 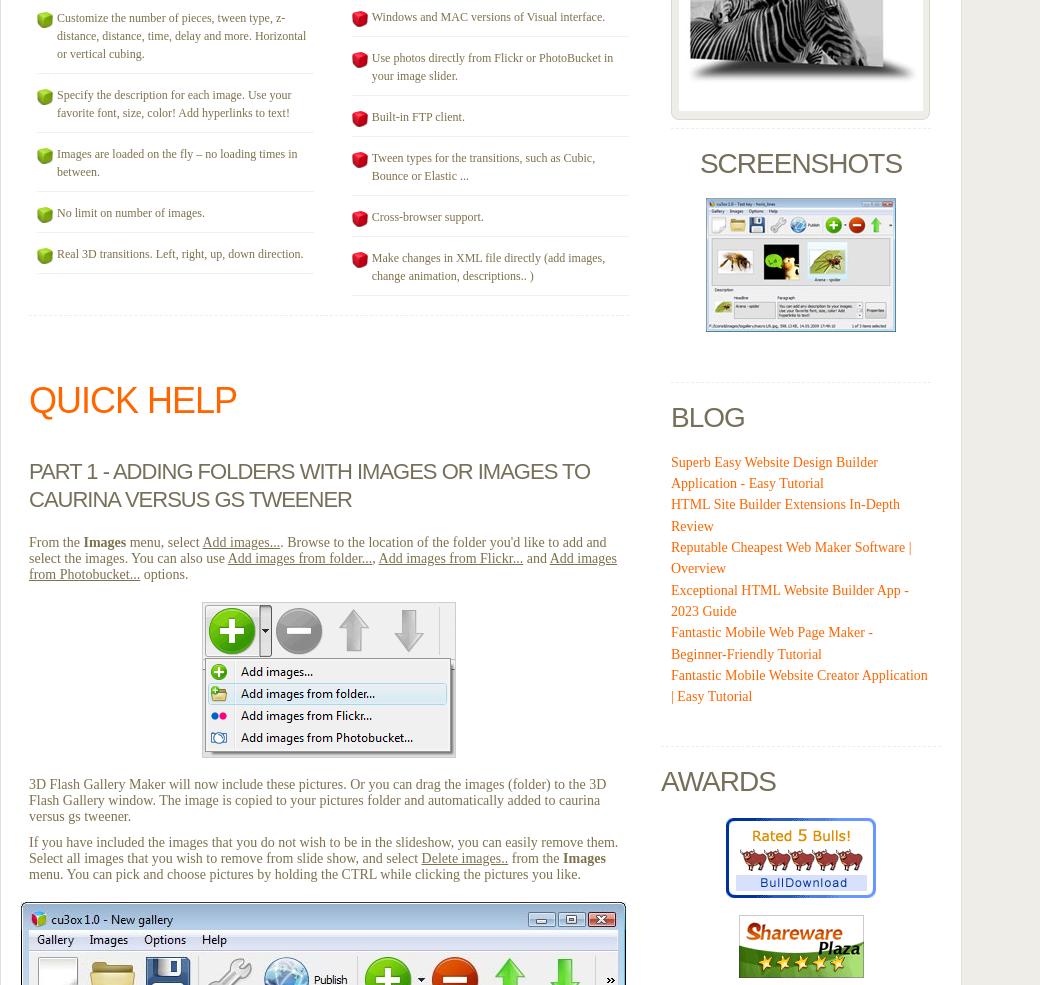 I want to click on 'Awards', so click(x=718, y=780).